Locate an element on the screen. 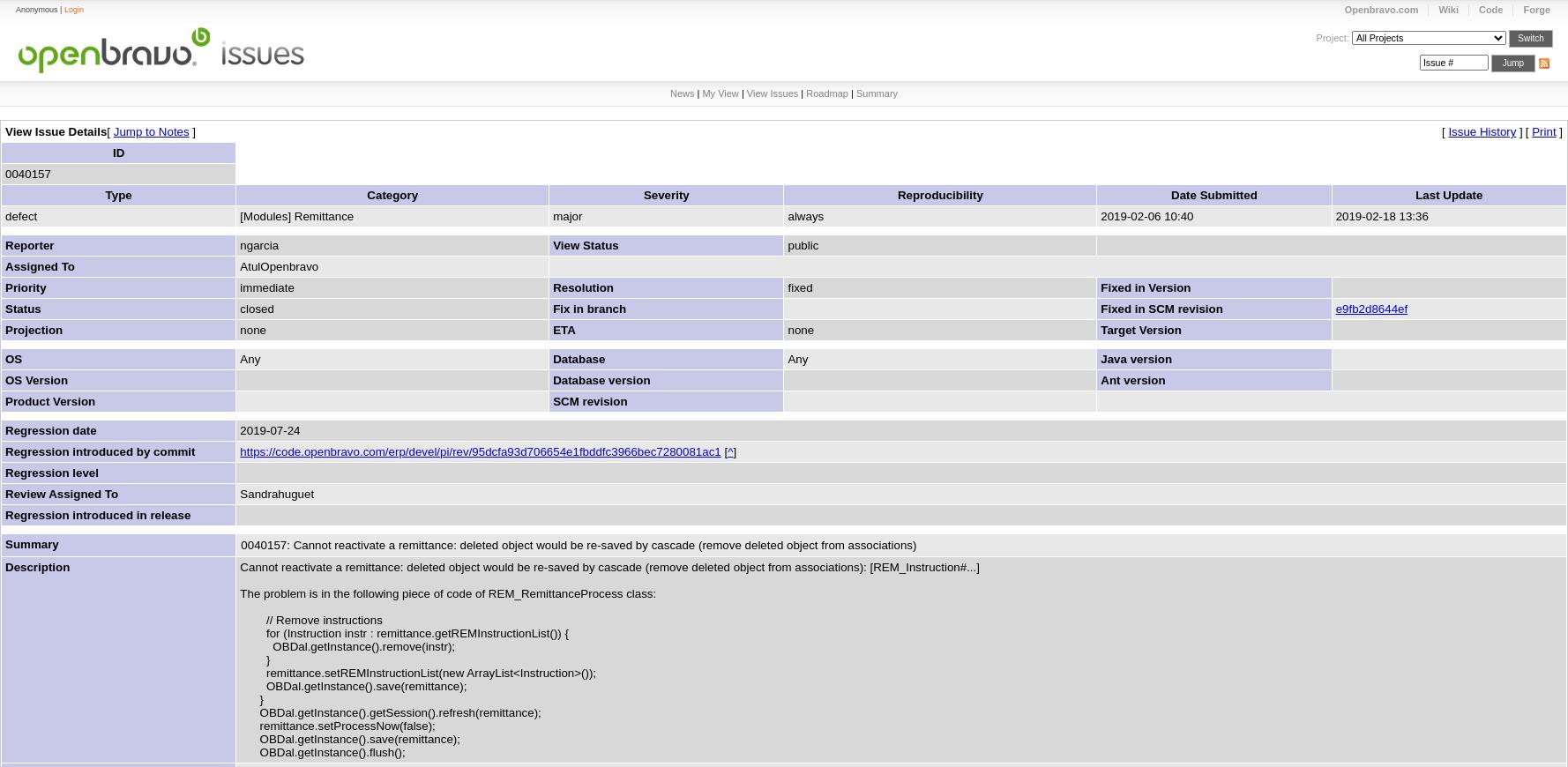  '2019-02-06 10:40' is located at coordinates (1146, 216).